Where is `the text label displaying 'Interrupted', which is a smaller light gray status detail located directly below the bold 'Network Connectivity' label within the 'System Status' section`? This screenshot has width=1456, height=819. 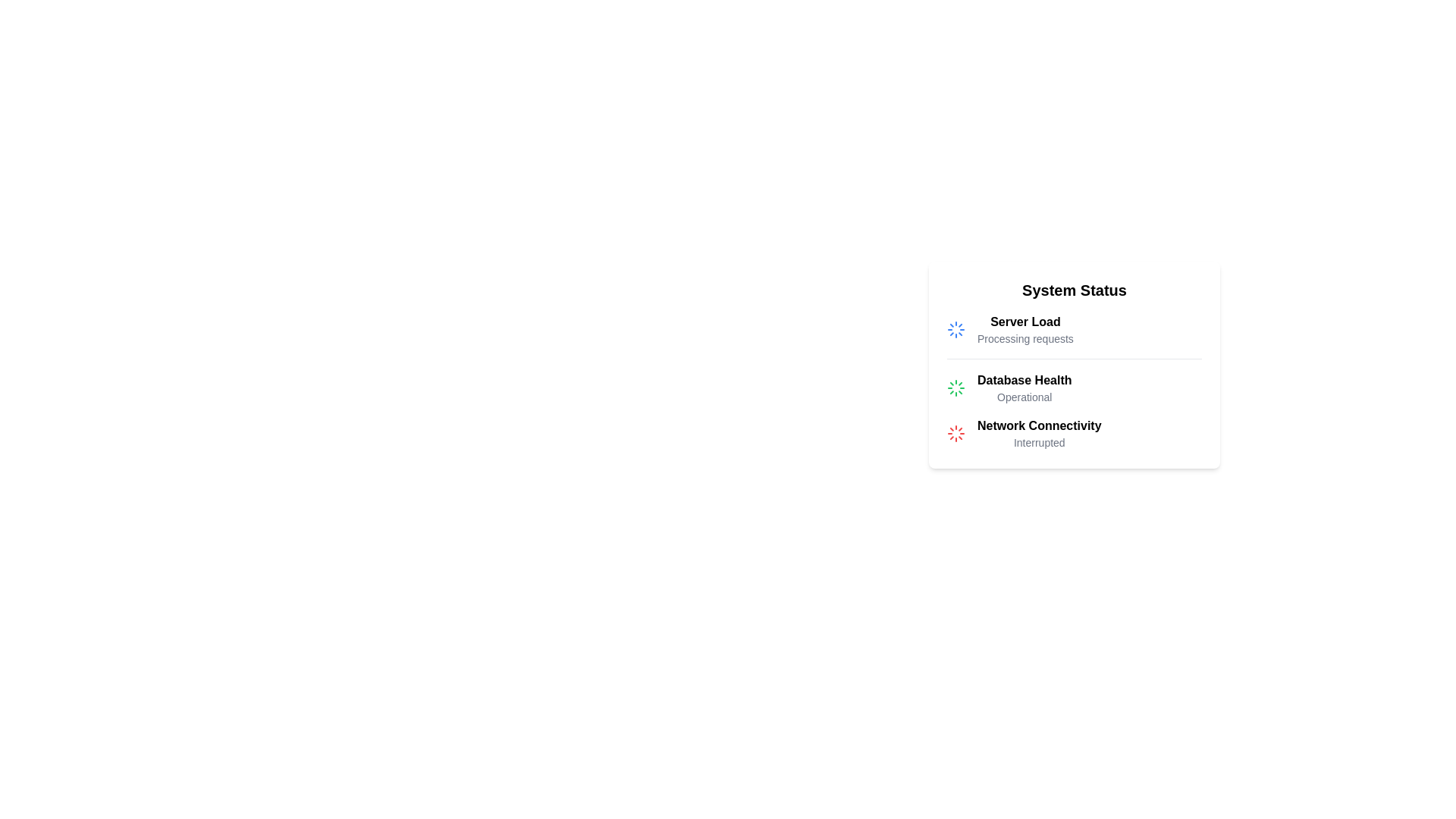
the text label displaying 'Interrupted', which is a smaller light gray status detail located directly below the bold 'Network Connectivity' label within the 'System Status' section is located at coordinates (1038, 442).